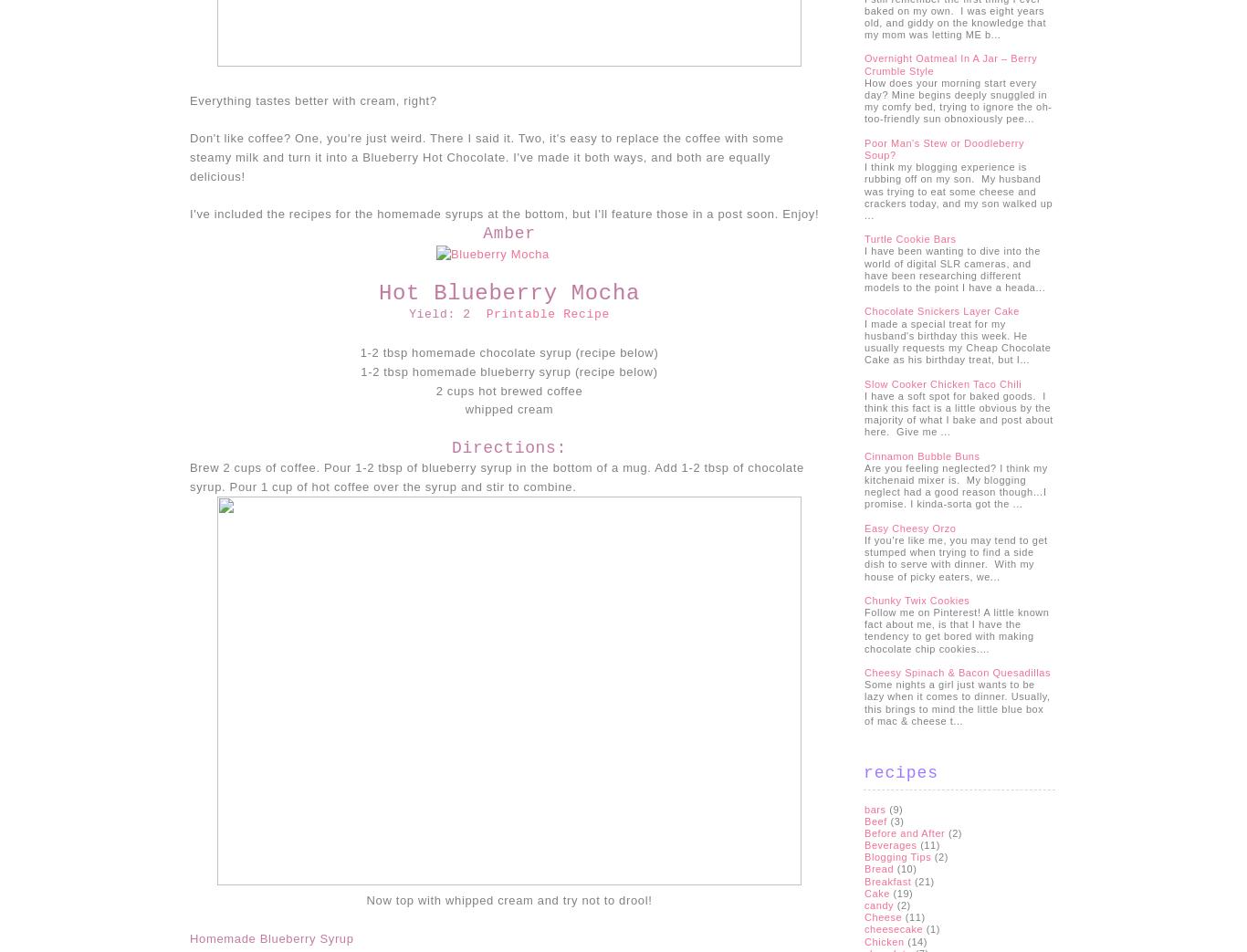  What do you see at coordinates (958, 412) in the screenshot?
I see `'I have a soft spot for baked goods.  I think this fact is a little obvious by the majority of what I bake and post about here.  Give me ...'` at bounding box center [958, 412].